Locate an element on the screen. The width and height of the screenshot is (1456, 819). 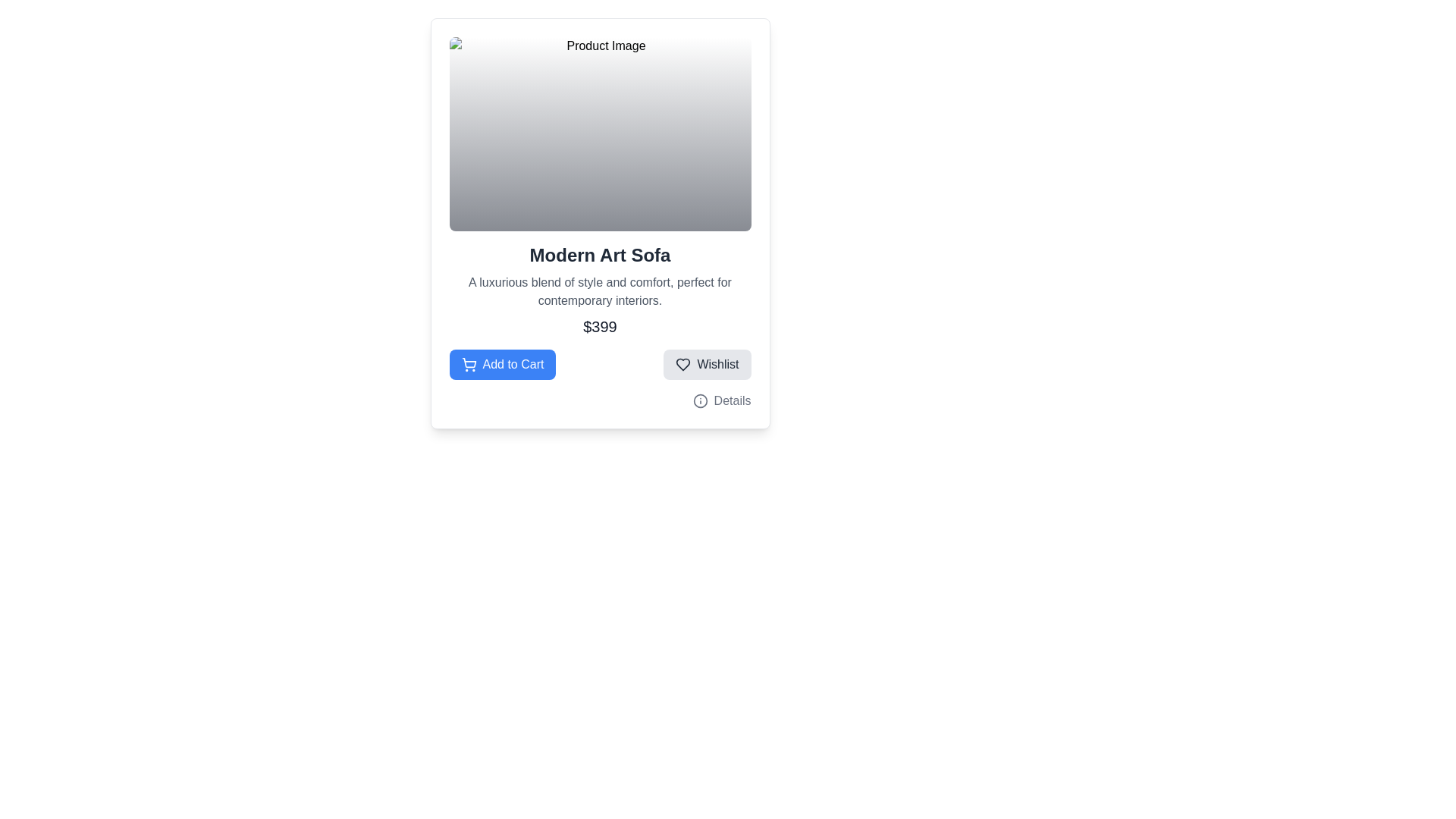
the 'Add to Cart' button located at the bottom of the product card layout is located at coordinates (502, 365).